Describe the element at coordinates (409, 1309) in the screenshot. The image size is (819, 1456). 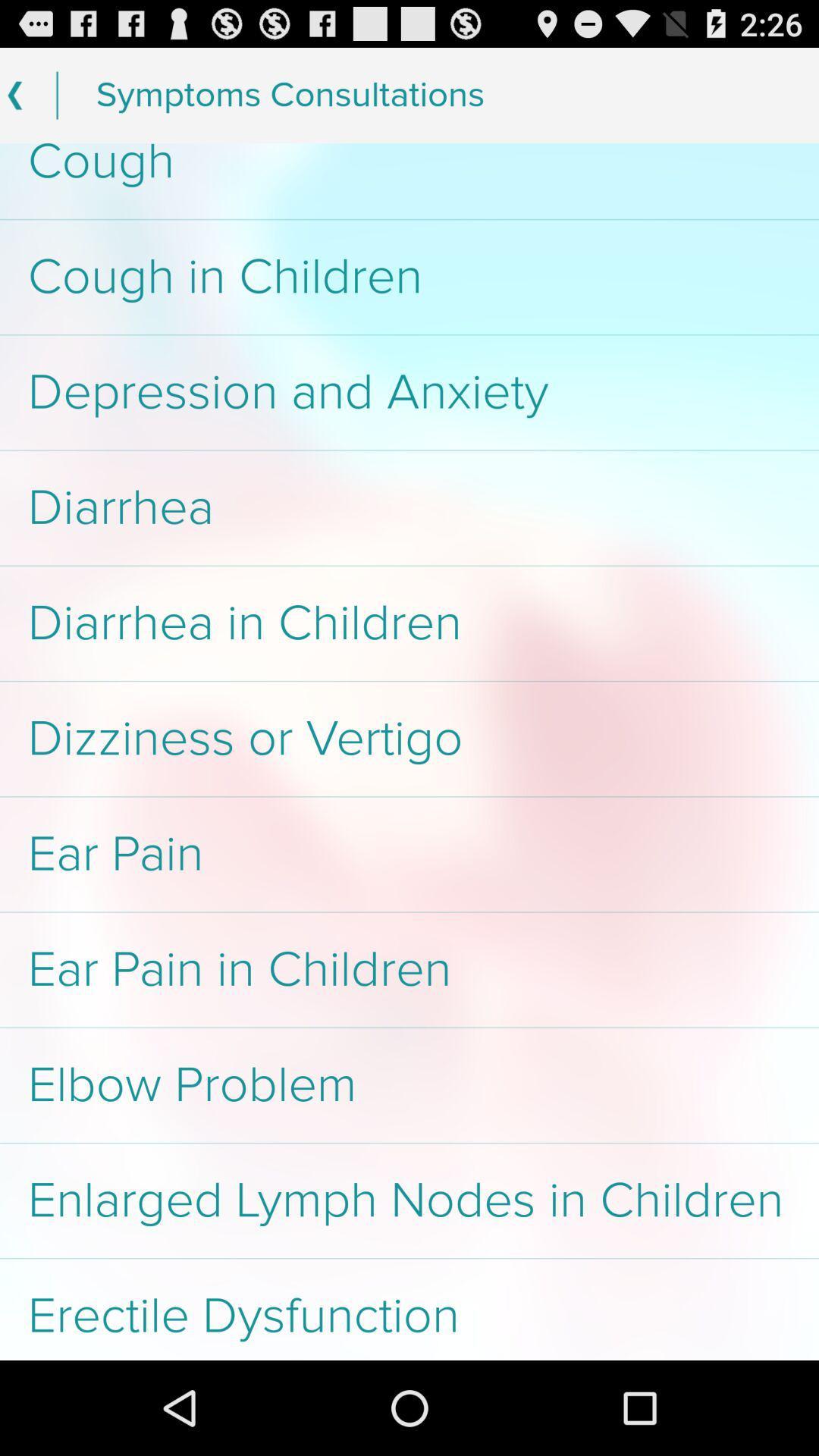
I see `app below enlarged lymph nodes` at that location.